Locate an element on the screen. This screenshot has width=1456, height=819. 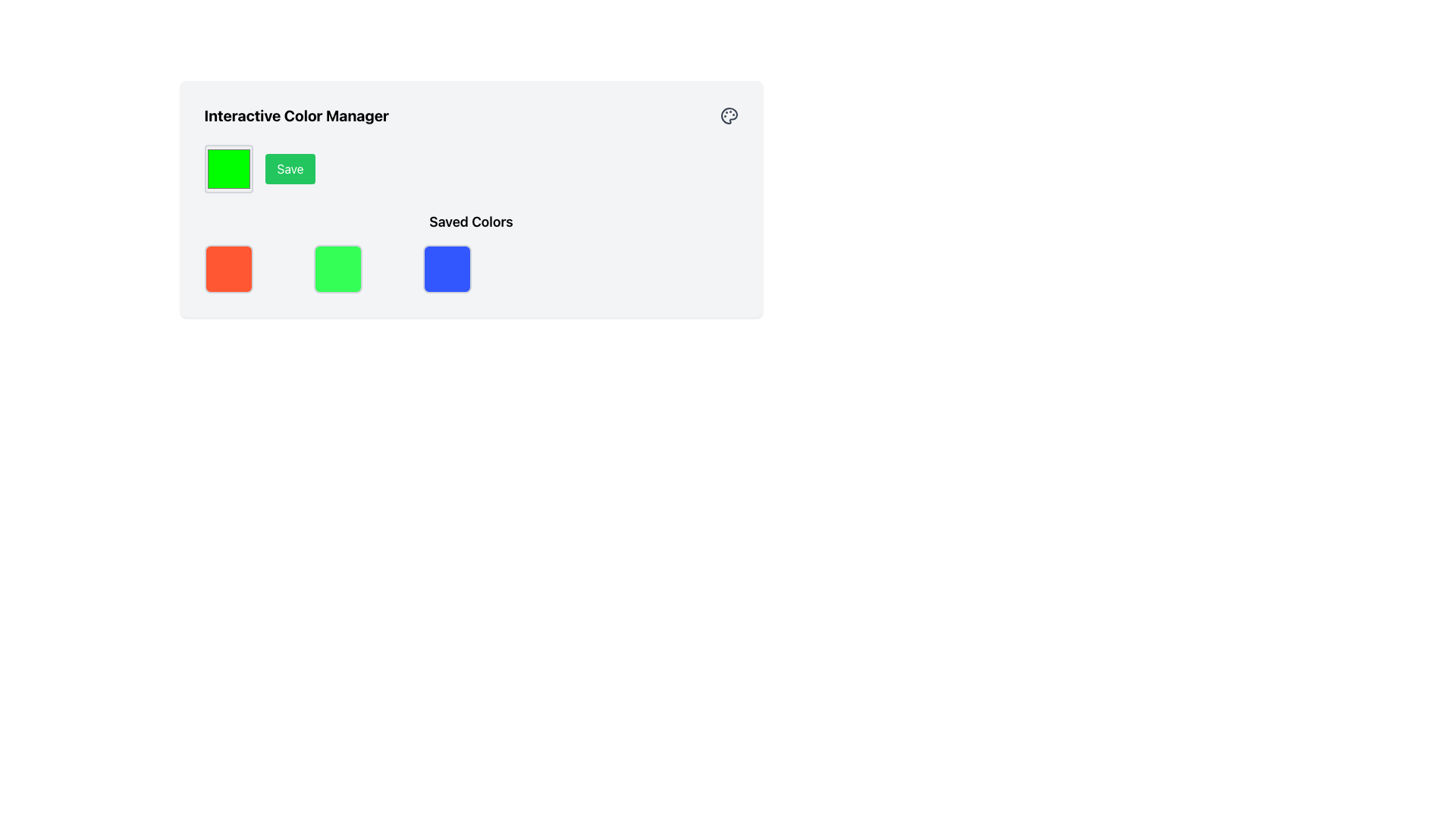
the third Color tile element, which is a solid blue rectangular tile with rounded corners located under the 'Saved Colors' section is located at coordinates (470, 251).